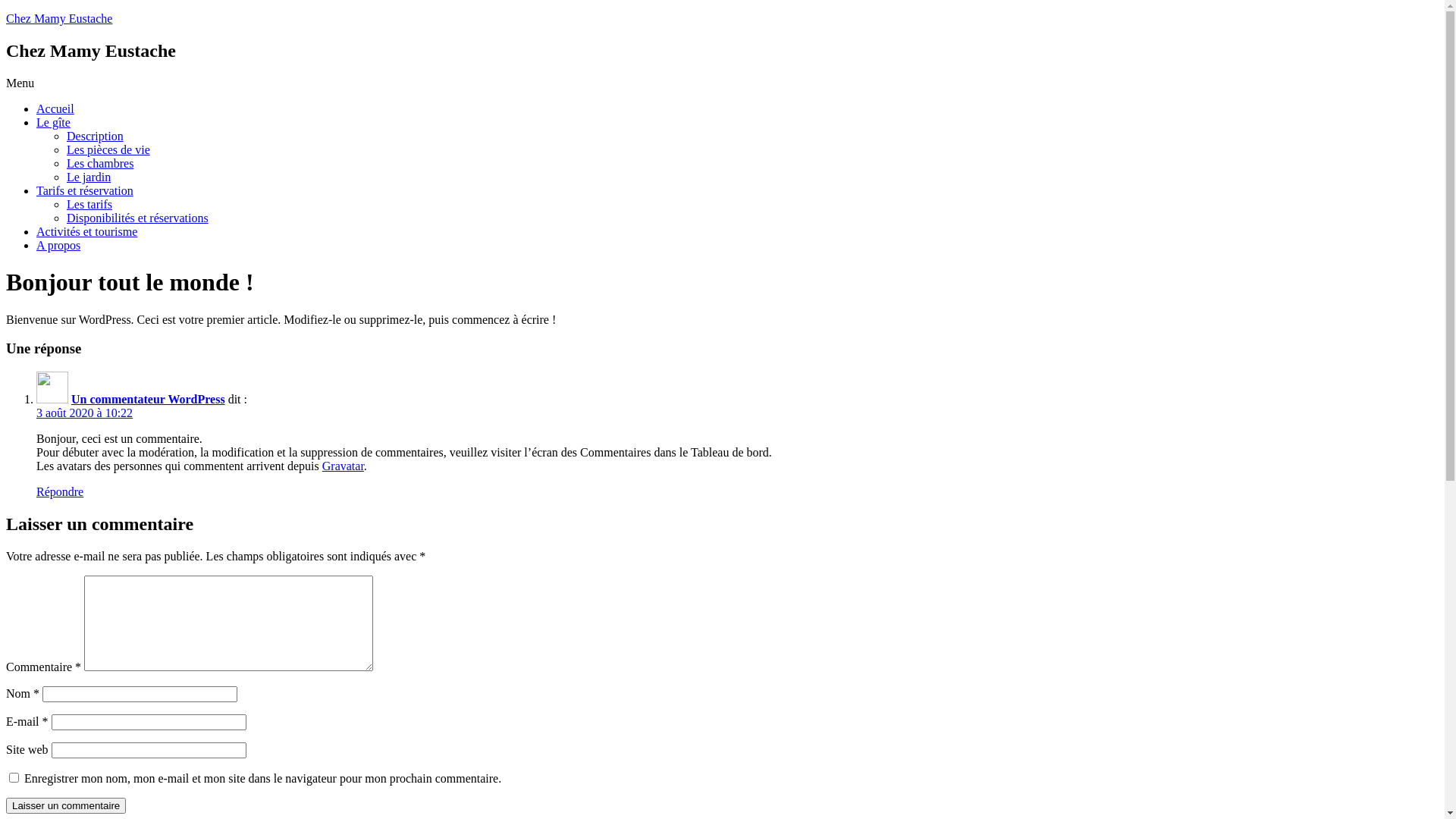  Describe the element at coordinates (58, 18) in the screenshot. I see `'Chez Mamy Eustache'` at that location.